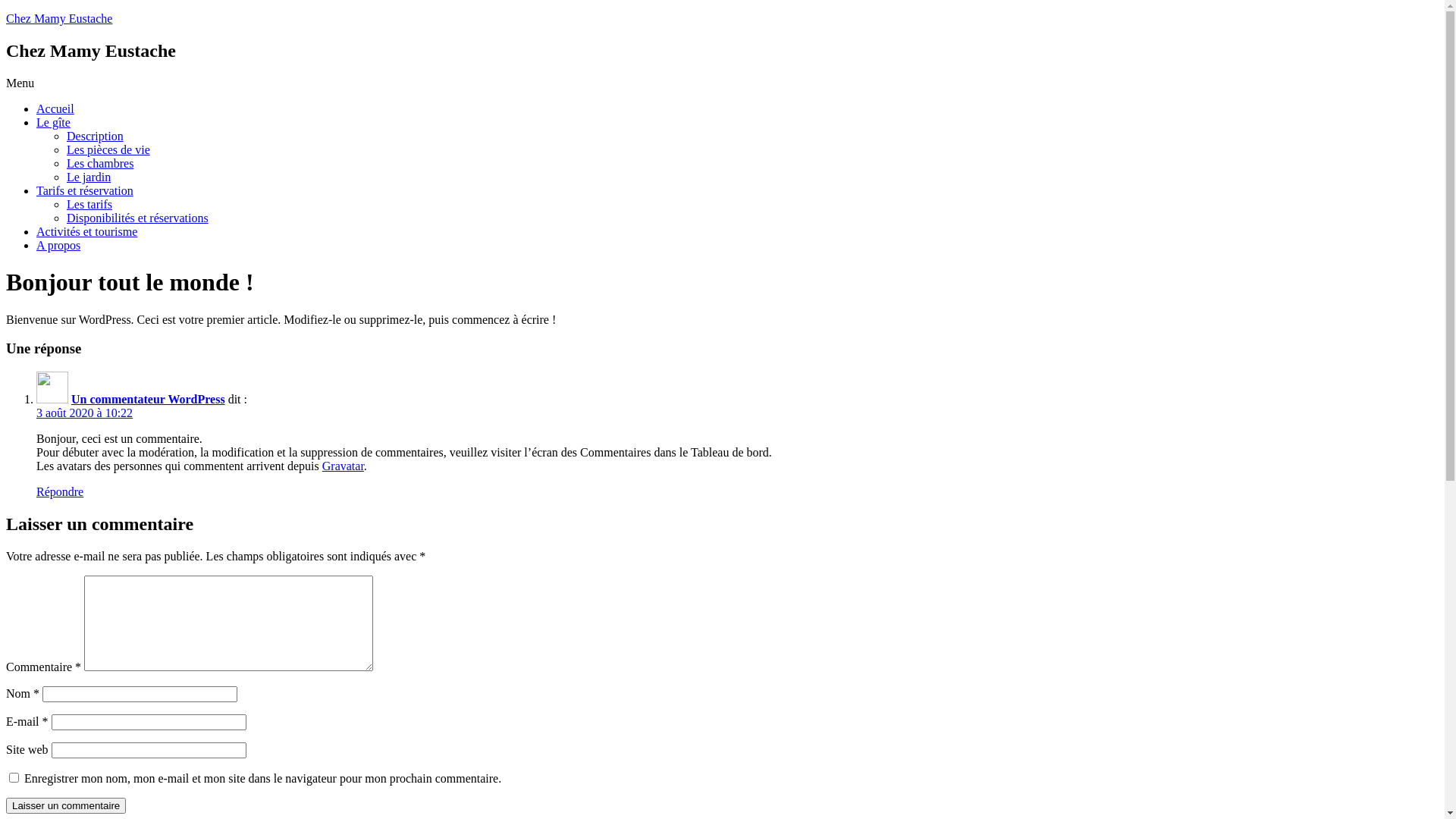  Describe the element at coordinates (58, 18) in the screenshot. I see `'Chez Mamy Eustache'` at that location.